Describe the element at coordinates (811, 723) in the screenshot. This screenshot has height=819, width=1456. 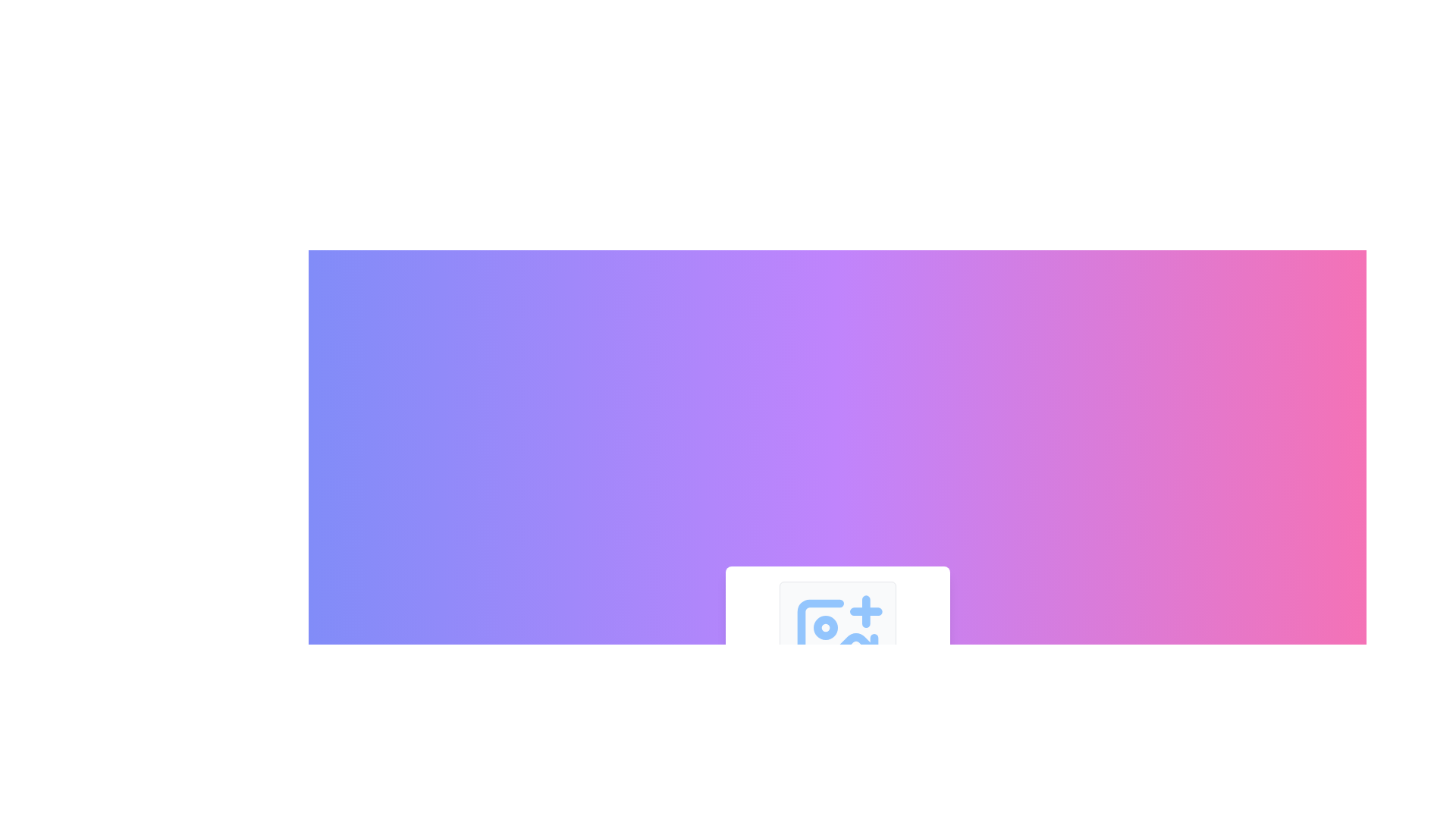
I see `the zoom out button, which is the second button from the left in a horizontal arrangement at the bottom center of the page` at that location.